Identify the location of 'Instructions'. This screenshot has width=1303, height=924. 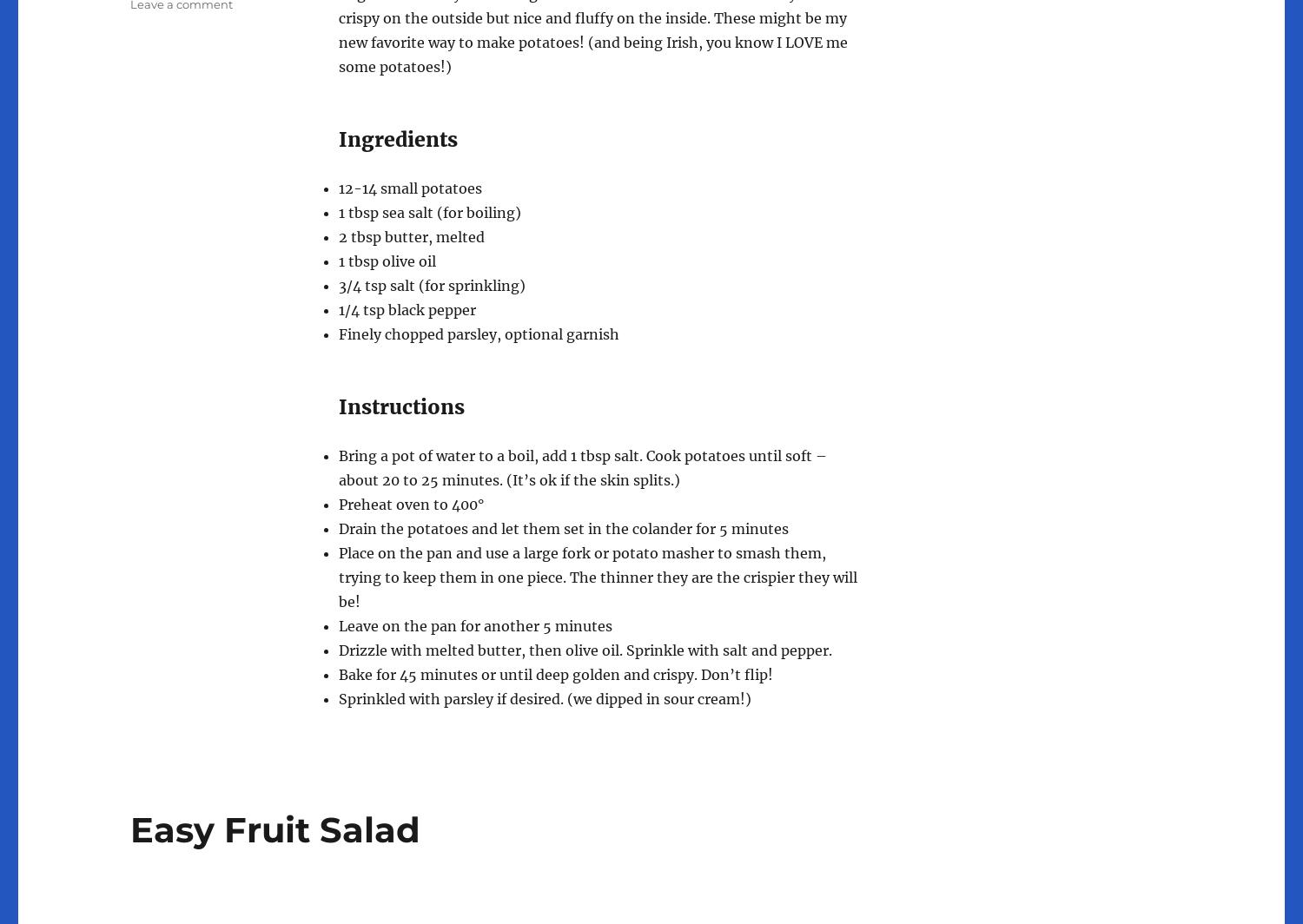
(400, 406).